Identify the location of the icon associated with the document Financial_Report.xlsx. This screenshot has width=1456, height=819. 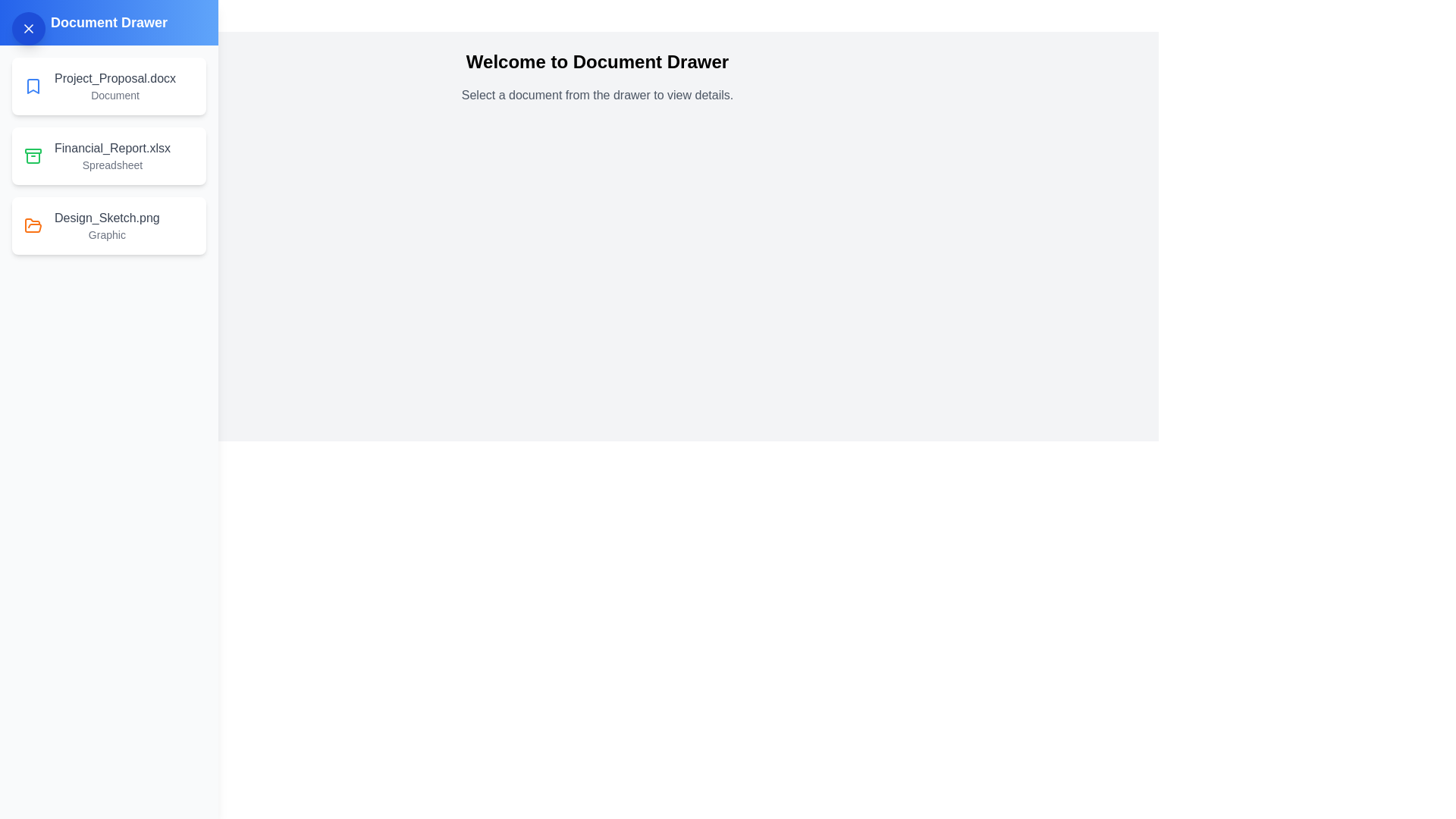
(33, 155).